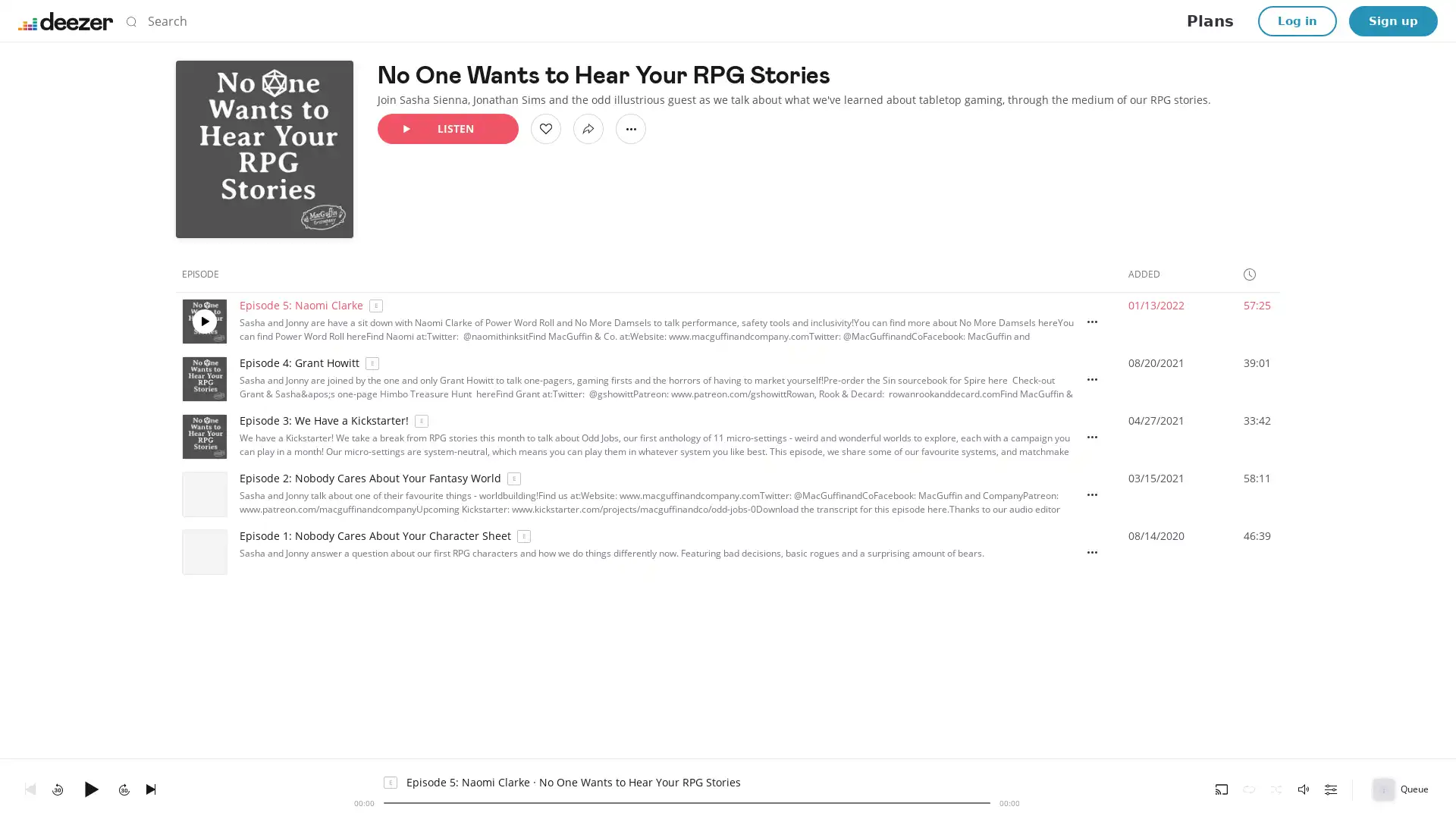 This screenshot has height=819, width=1456. What do you see at coordinates (967, 20) in the screenshot?
I see `Clear` at bounding box center [967, 20].